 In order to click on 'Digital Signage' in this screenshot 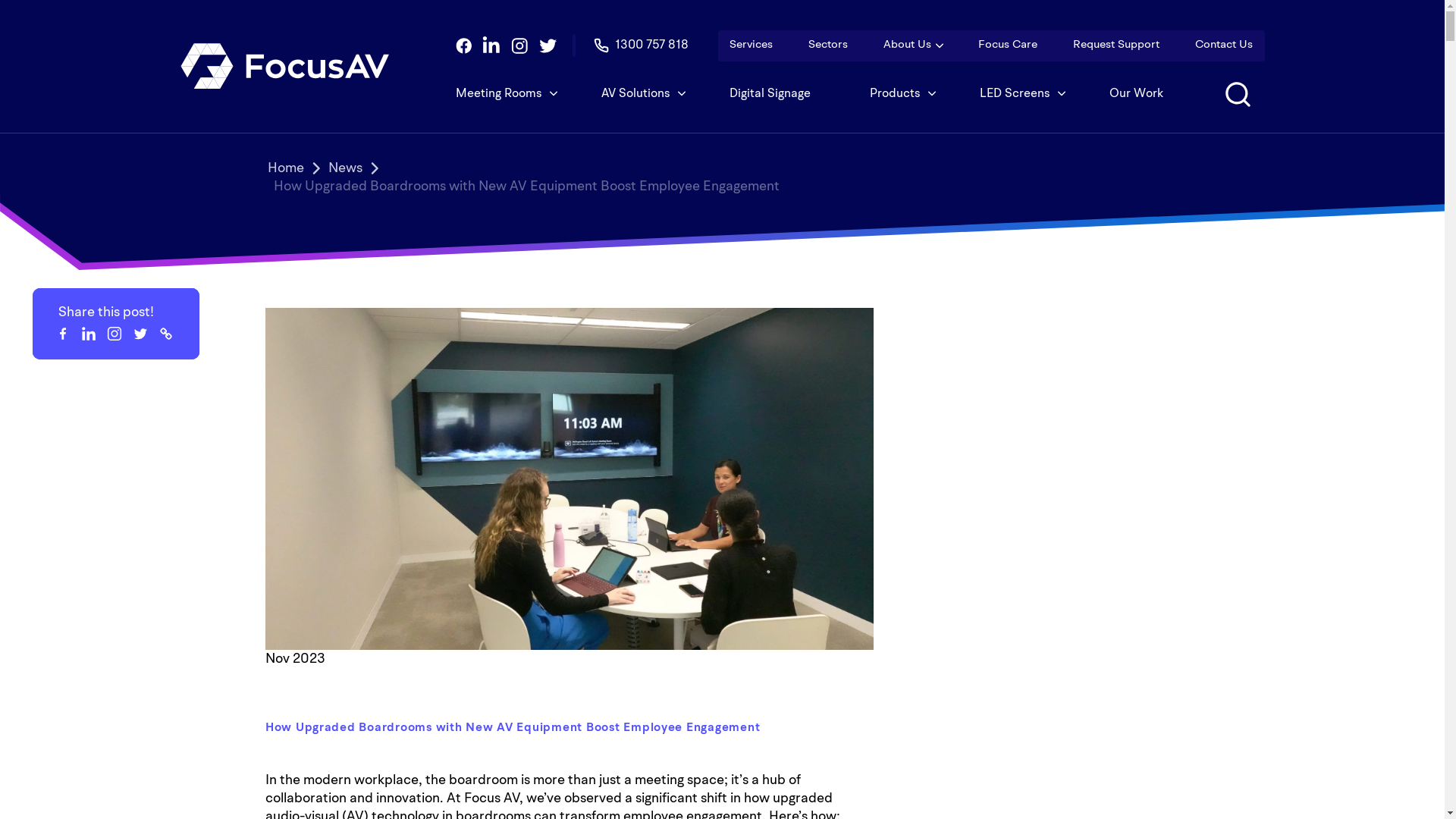, I will do `click(770, 93)`.